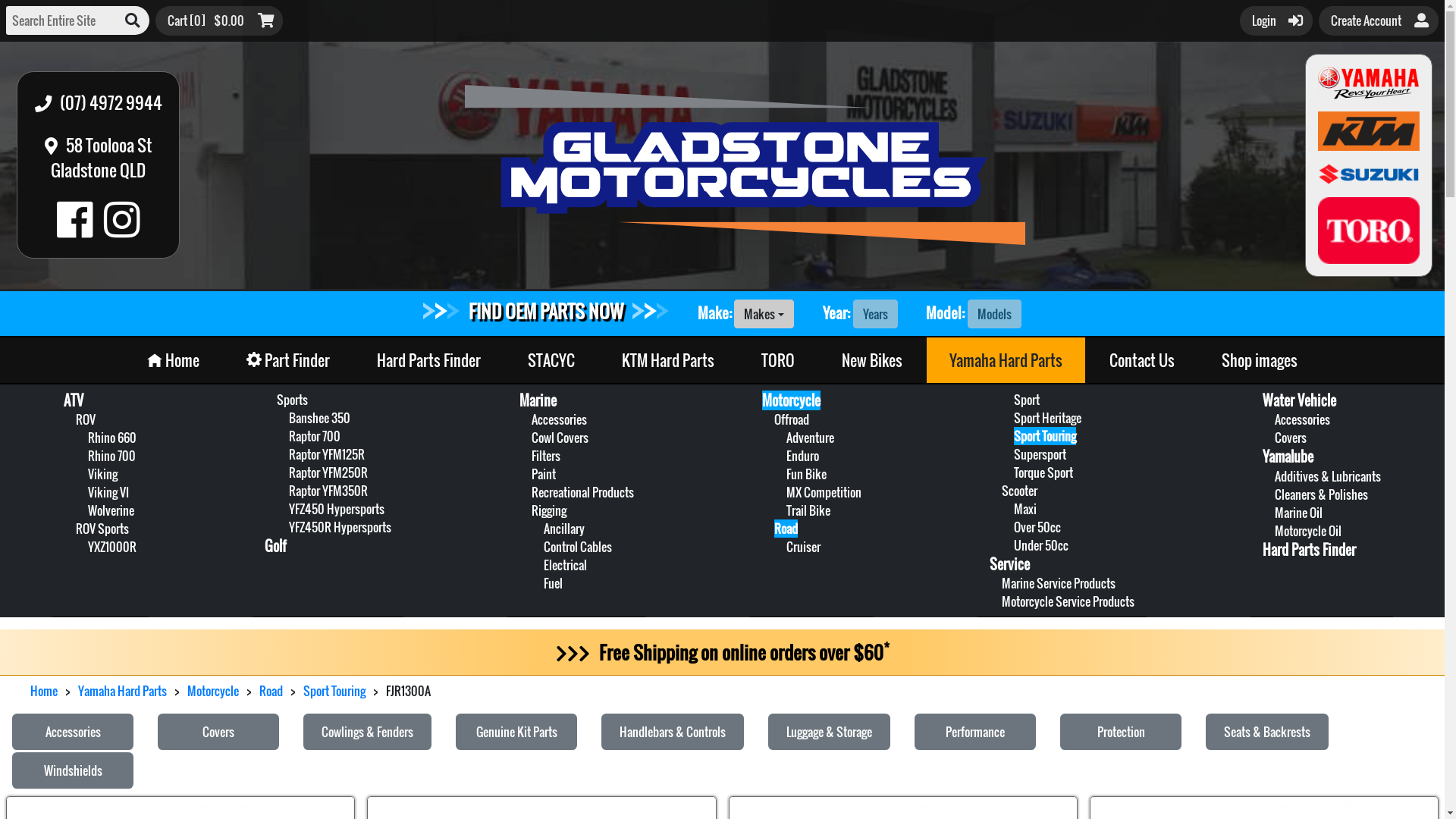  Describe the element at coordinates (265, 546) in the screenshot. I see `'Golf'` at that location.